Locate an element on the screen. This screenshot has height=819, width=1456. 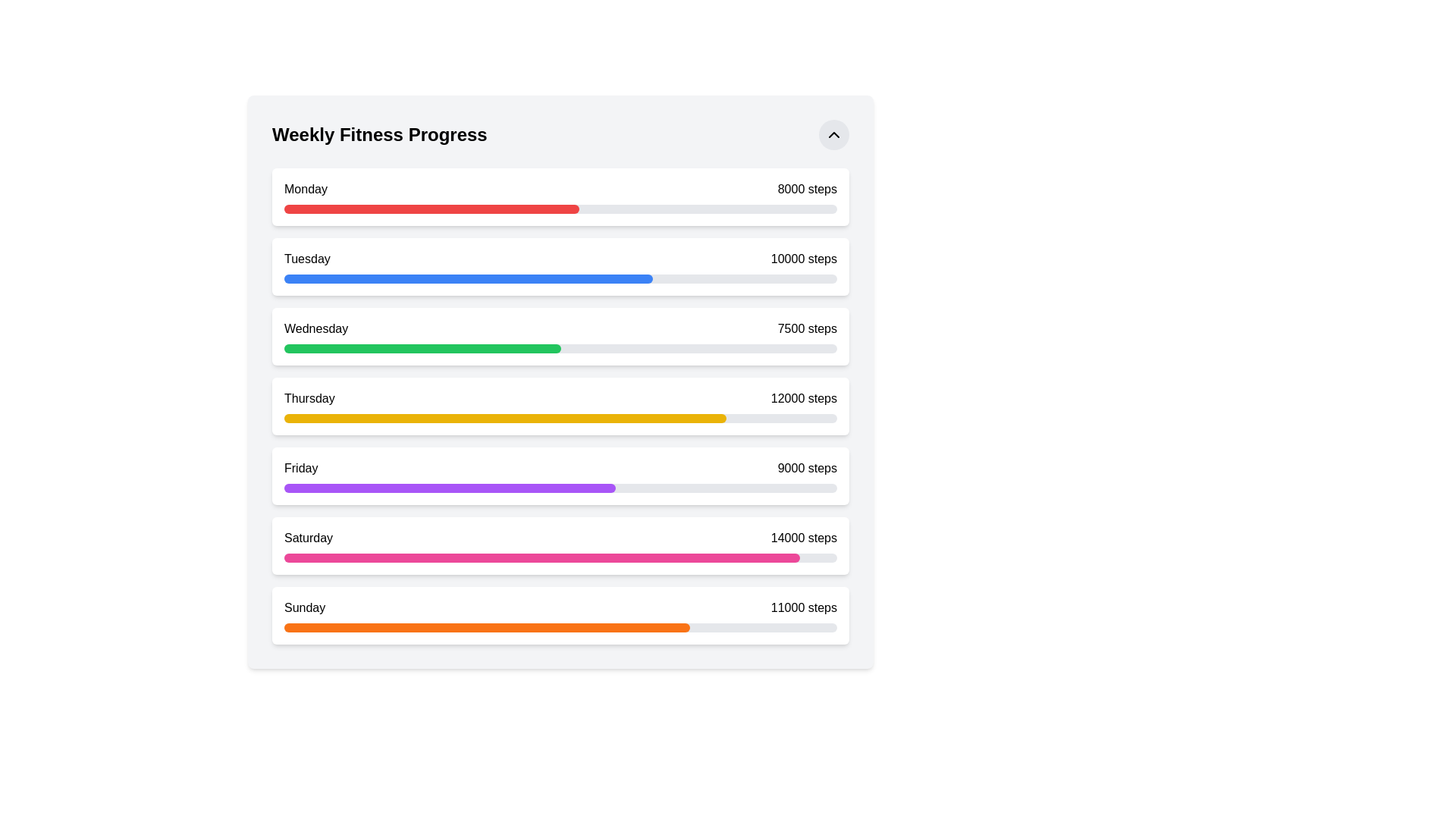
the progress bar representing the 'Sunday' entry in the 'Weekly Fitness Progress' table, which is a light gray rectangular bar with an orange filled portion extending to approximately 73% of the total width is located at coordinates (560, 628).